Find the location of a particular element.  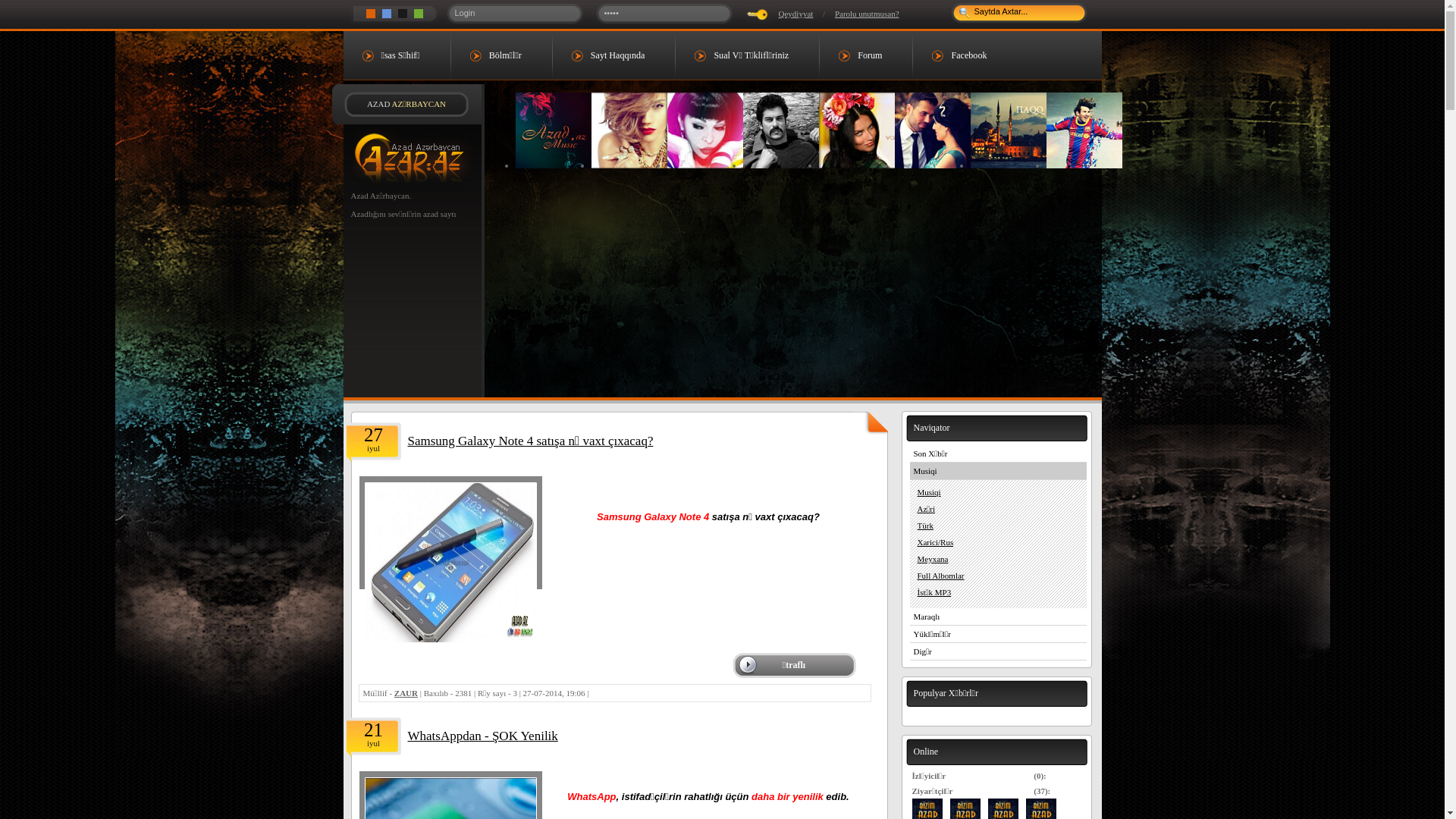

'Sevgi - Romantika' is located at coordinates (1084, 130).